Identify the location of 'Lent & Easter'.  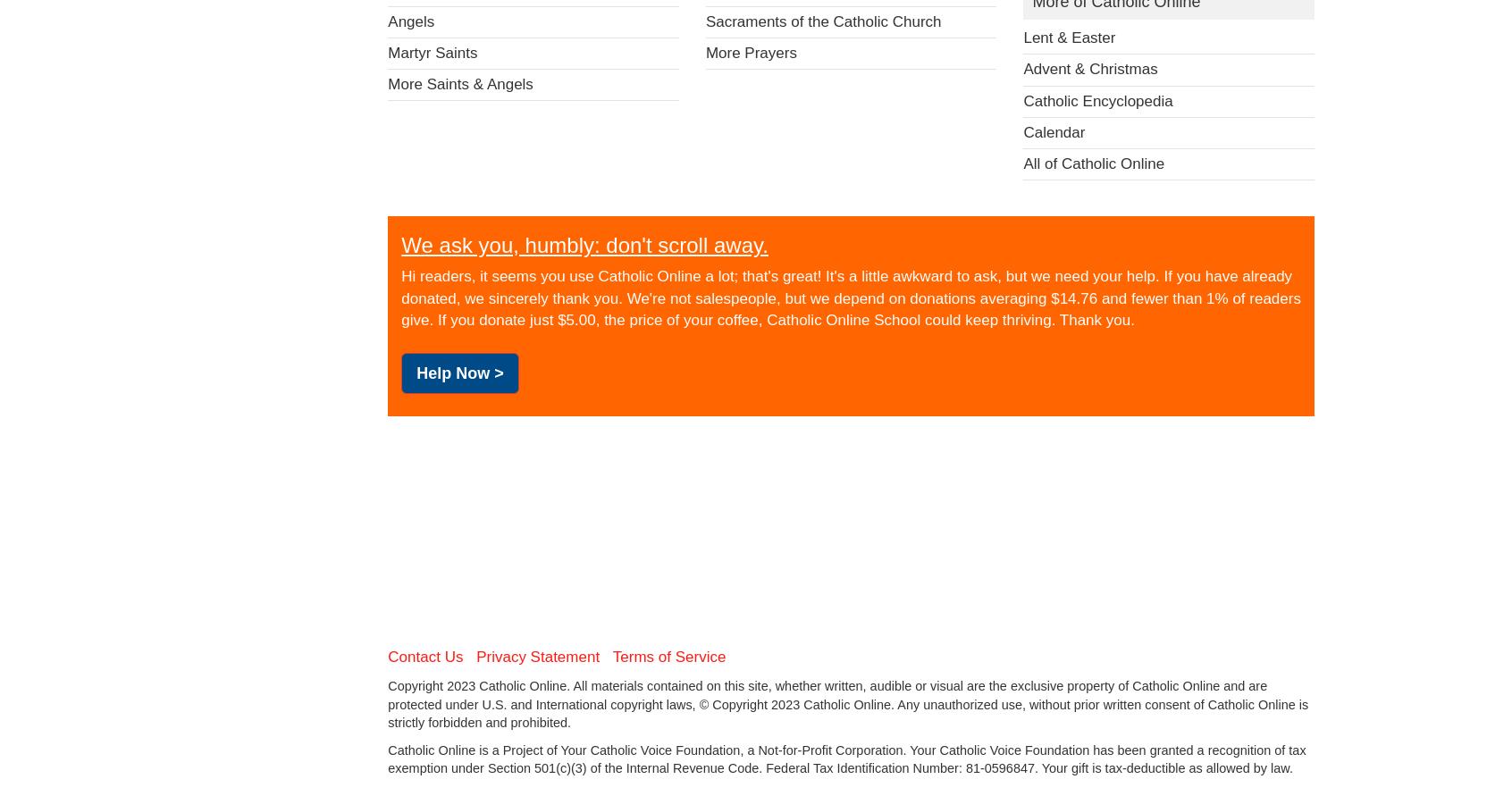
(1068, 38).